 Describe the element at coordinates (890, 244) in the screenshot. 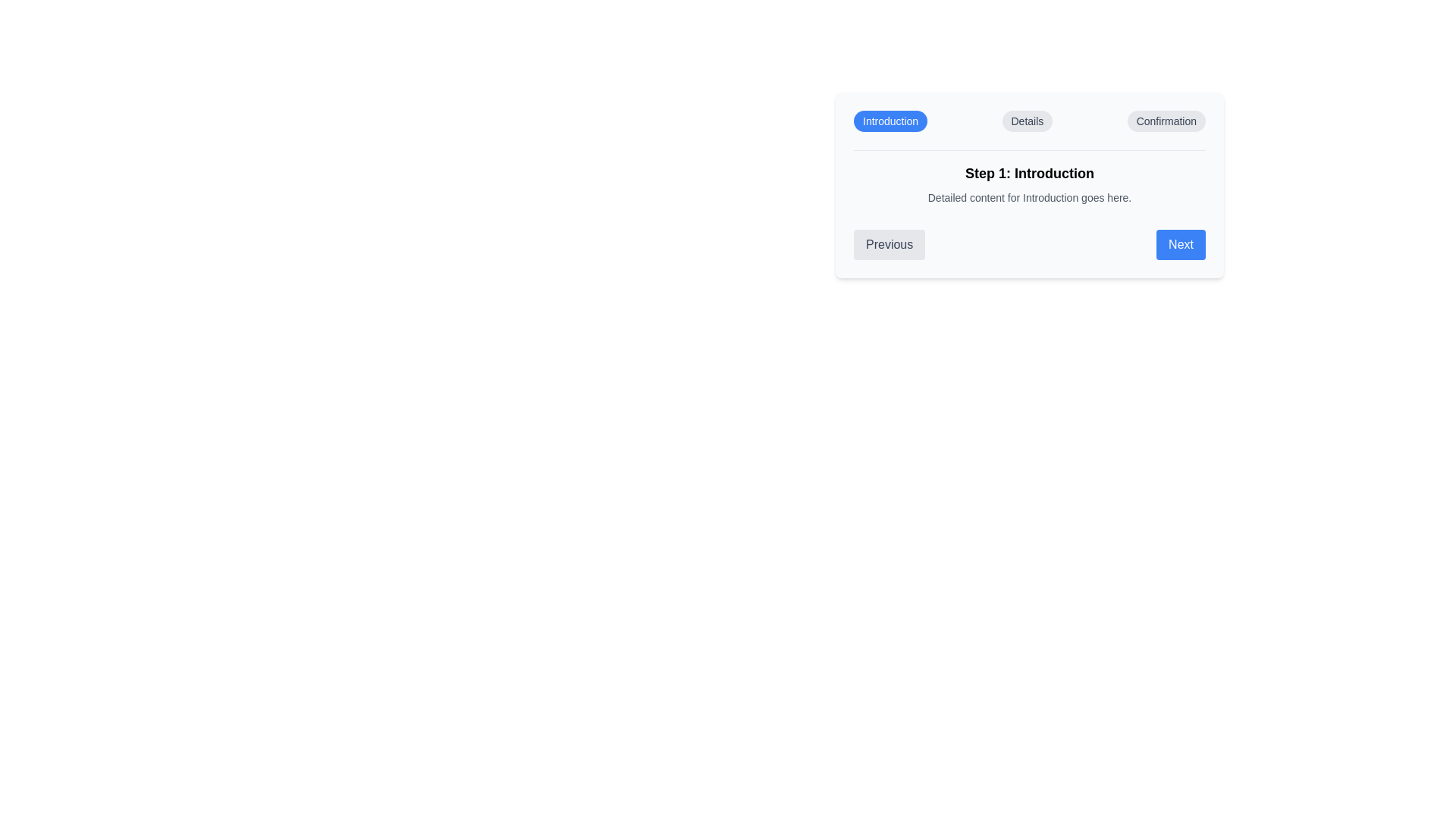

I see `the Previous button to navigate through the steps` at that location.